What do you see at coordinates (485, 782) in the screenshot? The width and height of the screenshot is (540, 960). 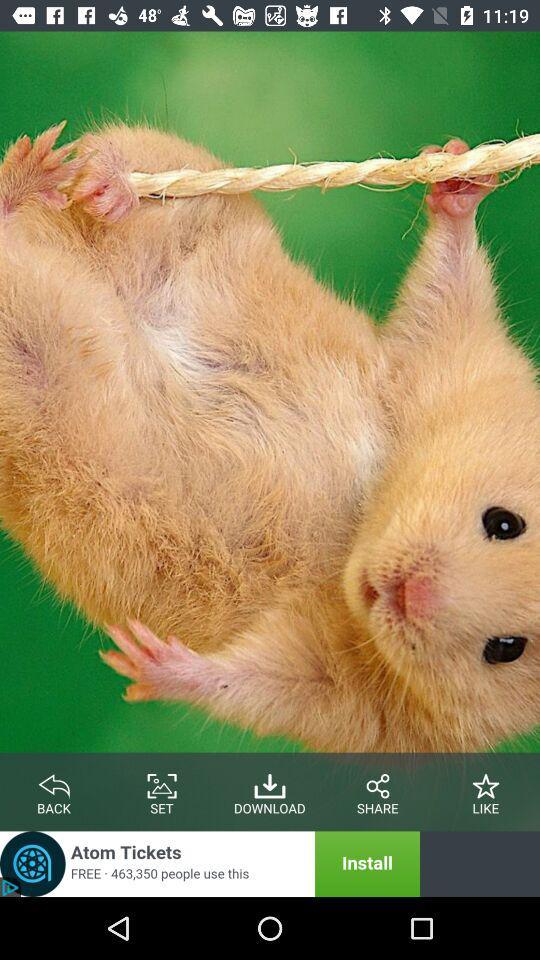 I see `like` at bounding box center [485, 782].